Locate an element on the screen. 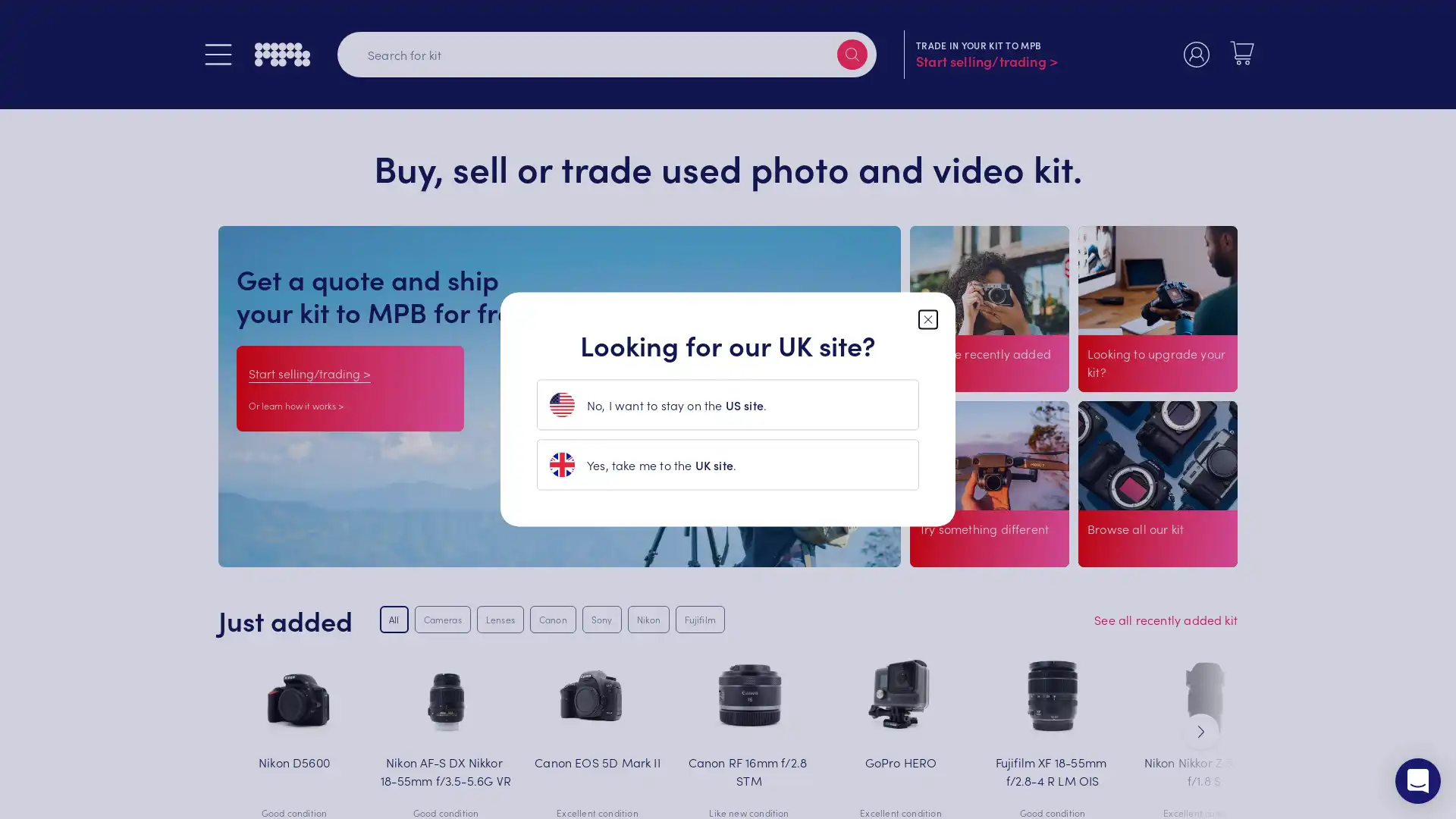  Sell or trade is located at coordinates (1128, 394).